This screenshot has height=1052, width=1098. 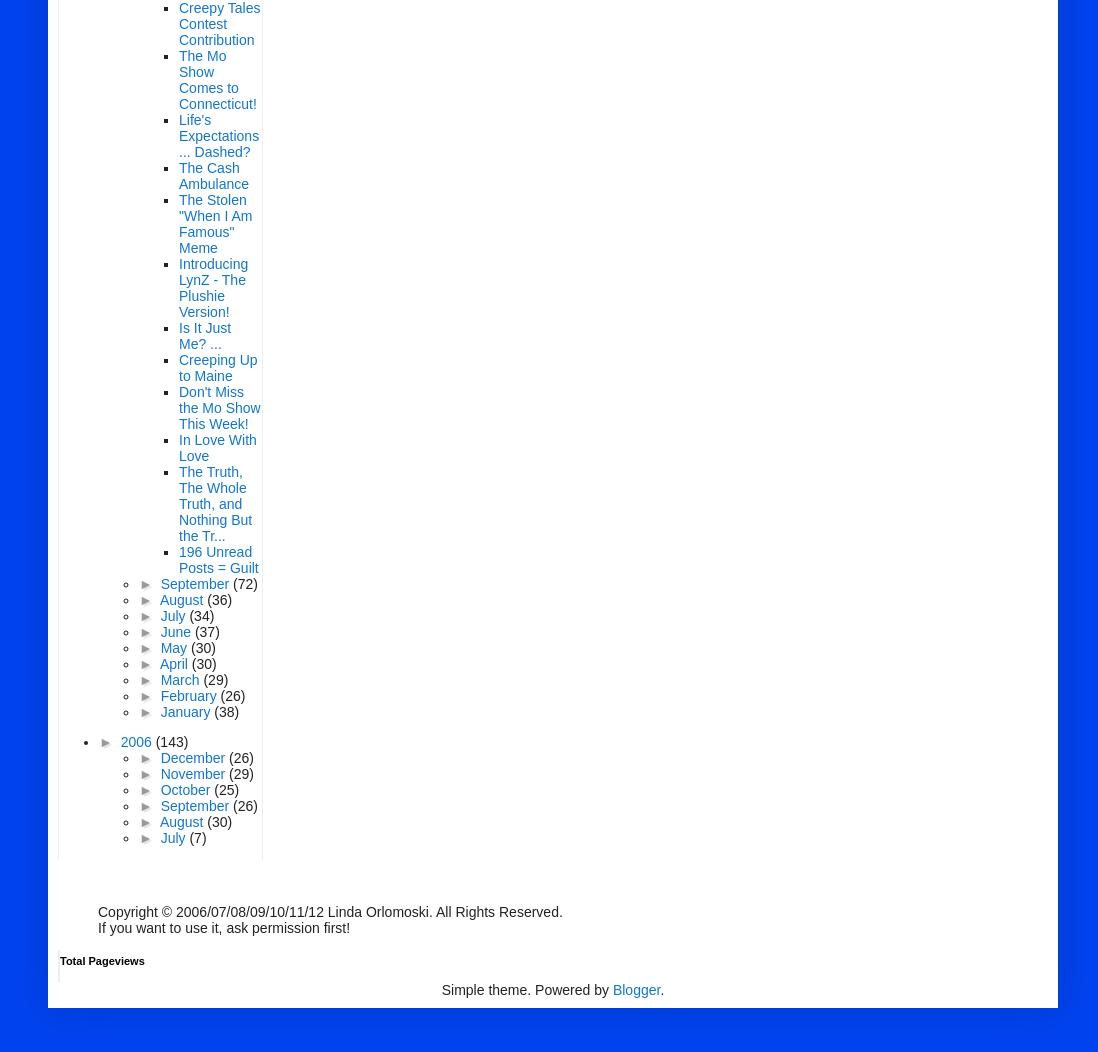 I want to click on 'November', so click(x=159, y=772).